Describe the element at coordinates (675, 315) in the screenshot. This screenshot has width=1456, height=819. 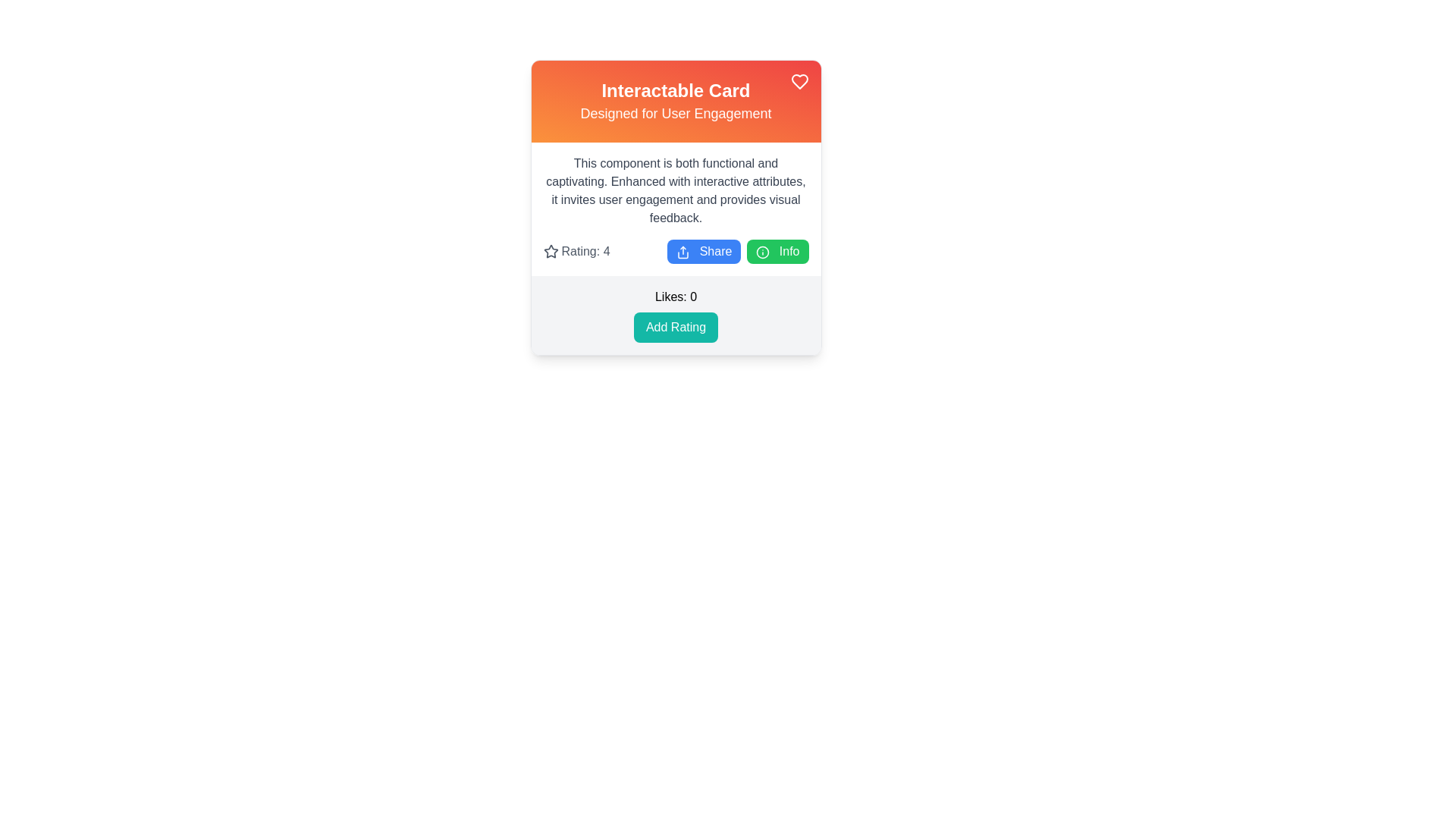
I see `the interactive button that allows users to add a rating, located at the bottom section of the 'Interactable Card', beneath the 'Rating: 4 Share Info' section` at that location.